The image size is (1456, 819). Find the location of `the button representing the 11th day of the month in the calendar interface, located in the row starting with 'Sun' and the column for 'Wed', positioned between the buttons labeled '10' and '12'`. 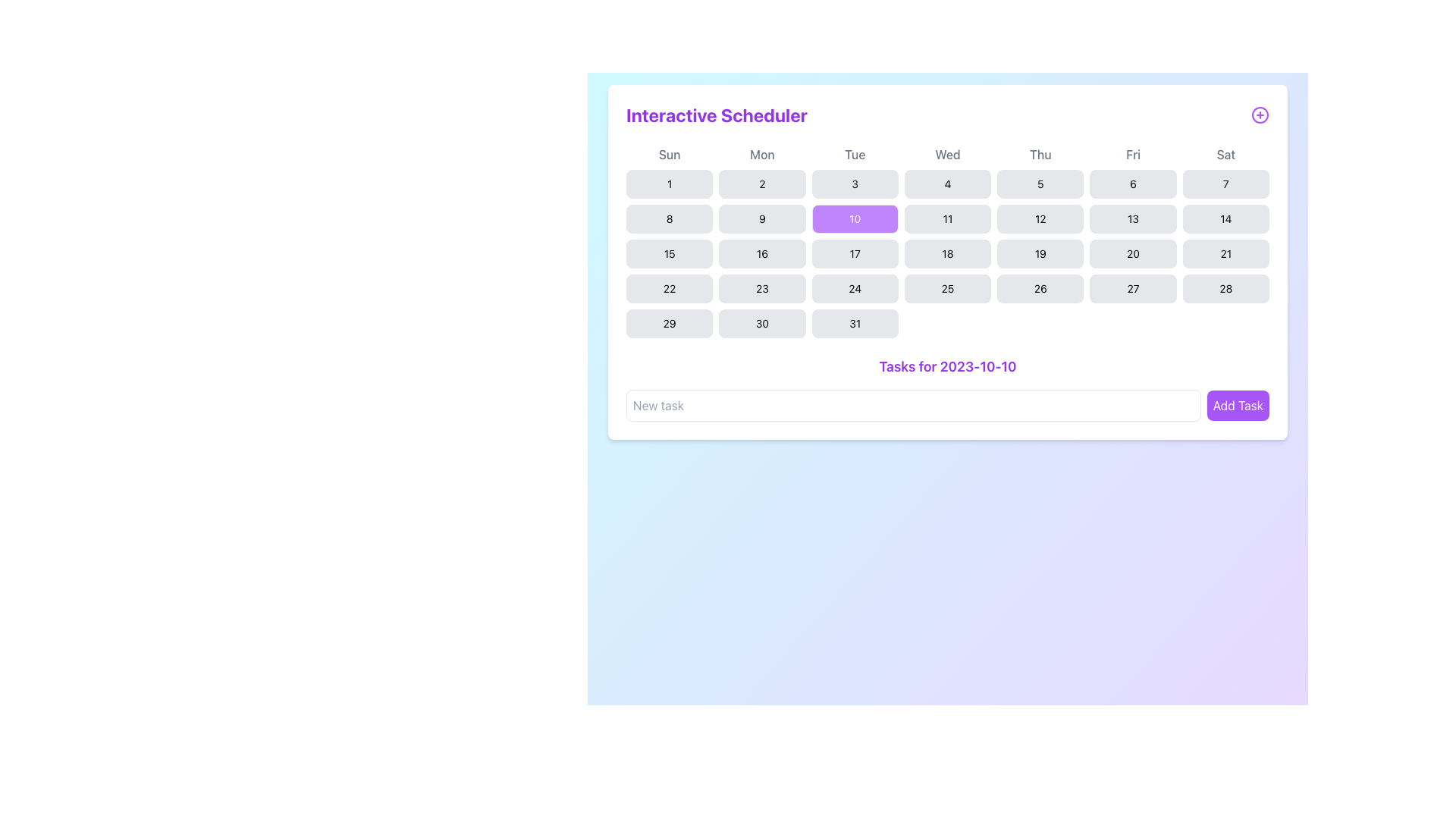

the button representing the 11th day of the month in the calendar interface, located in the row starting with 'Sun' and the column for 'Wed', positioned between the buttons labeled '10' and '12' is located at coordinates (946, 219).